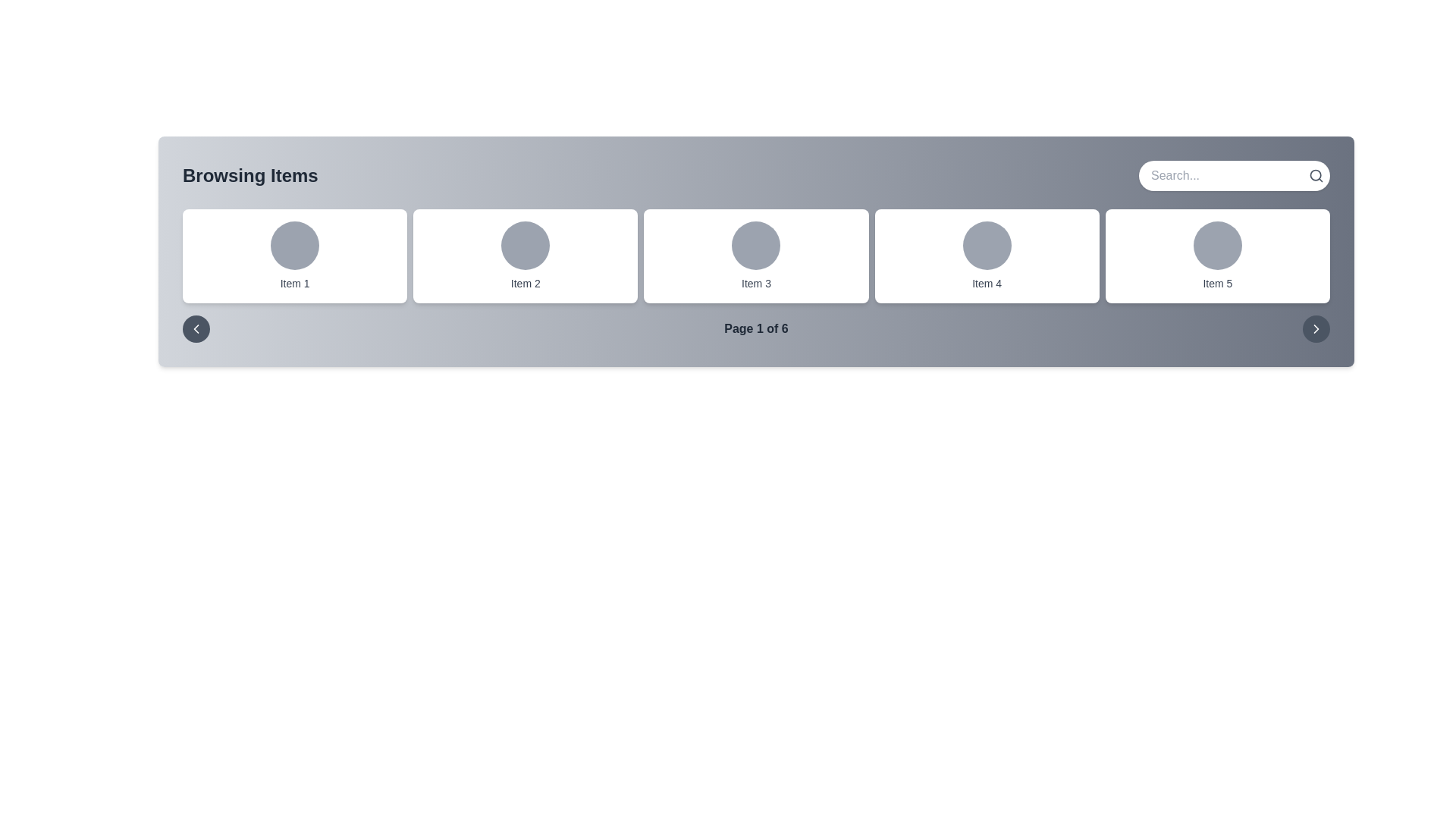  Describe the element at coordinates (987, 284) in the screenshot. I see `text label 'Item 4' located below the circular graphic of the fourth card in a horizontal list of cards` at that location.